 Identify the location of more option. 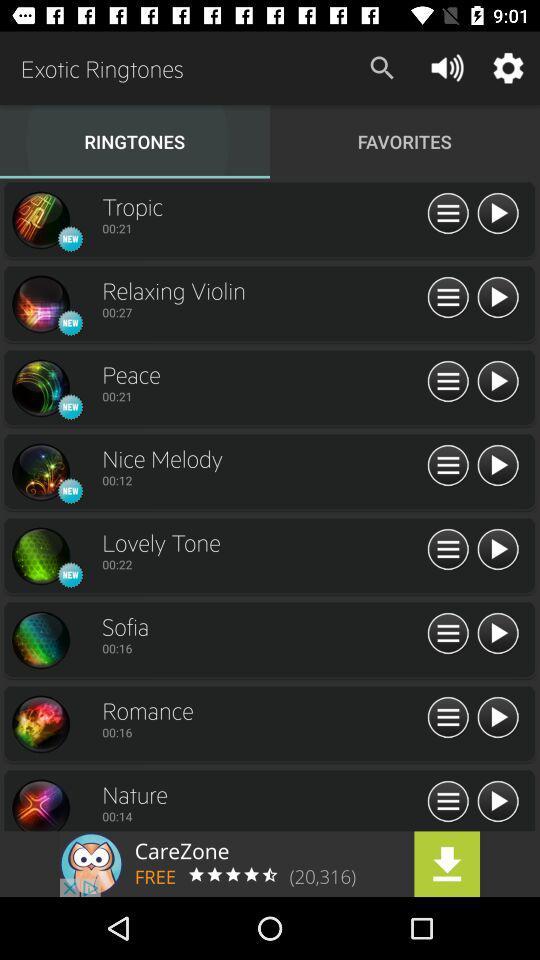
(448, 297).